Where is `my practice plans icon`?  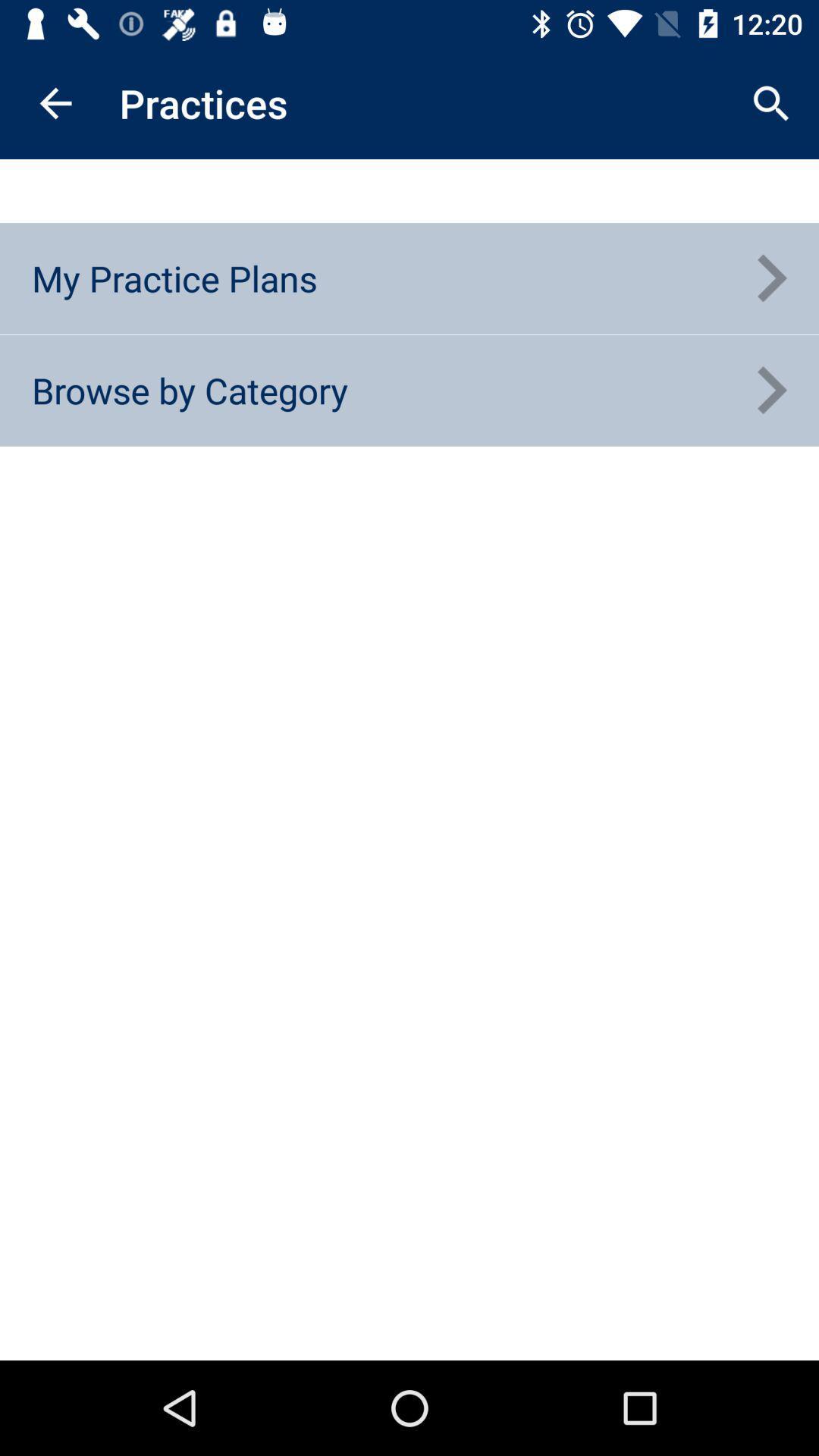
my practice plans icon is located at coordinates (174, 278).